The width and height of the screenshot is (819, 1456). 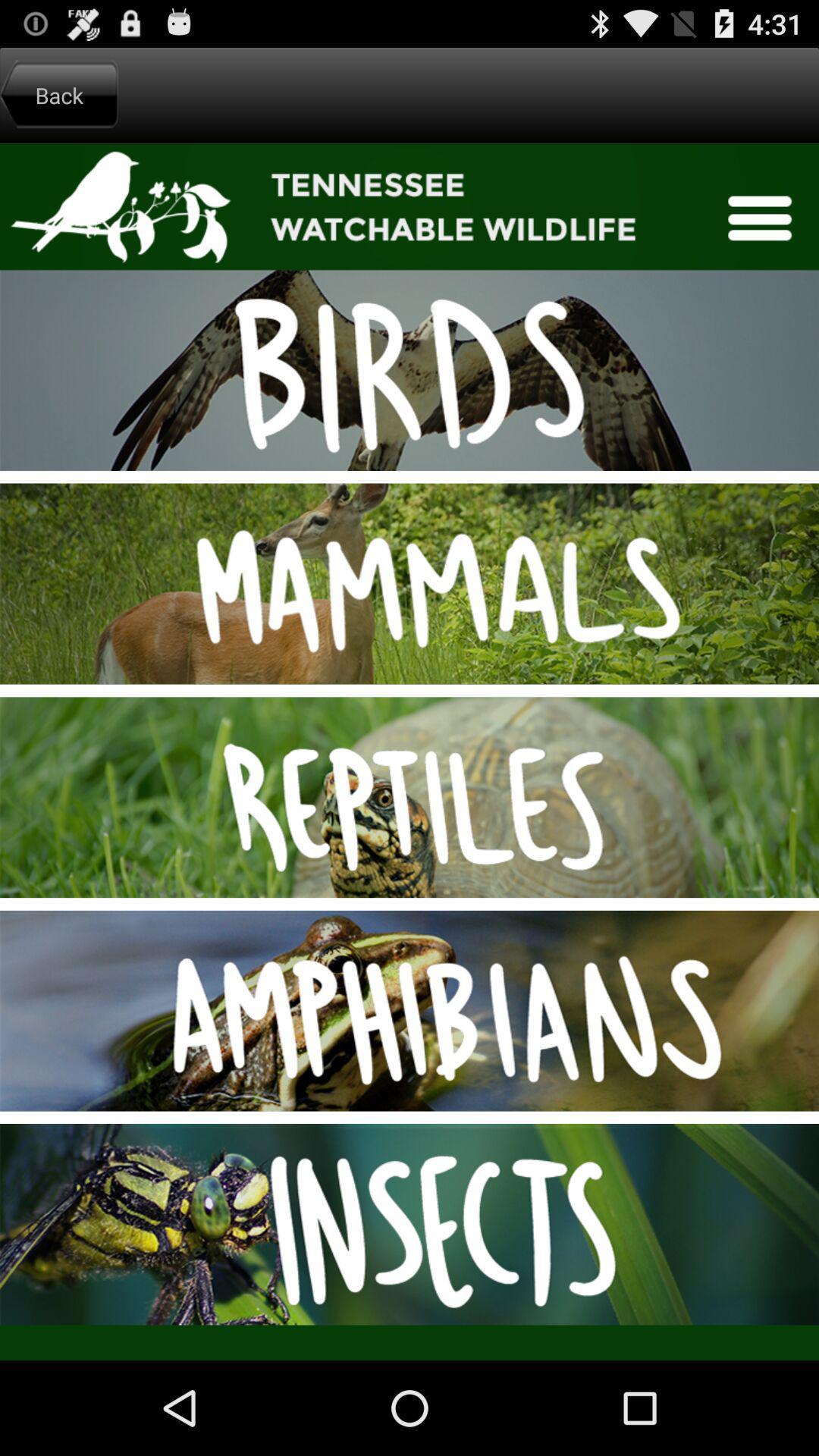 What do you see at coordinates (409, 752) in the screenshot?
I see `navigate sections of the app` at bounding box center [409, 752].